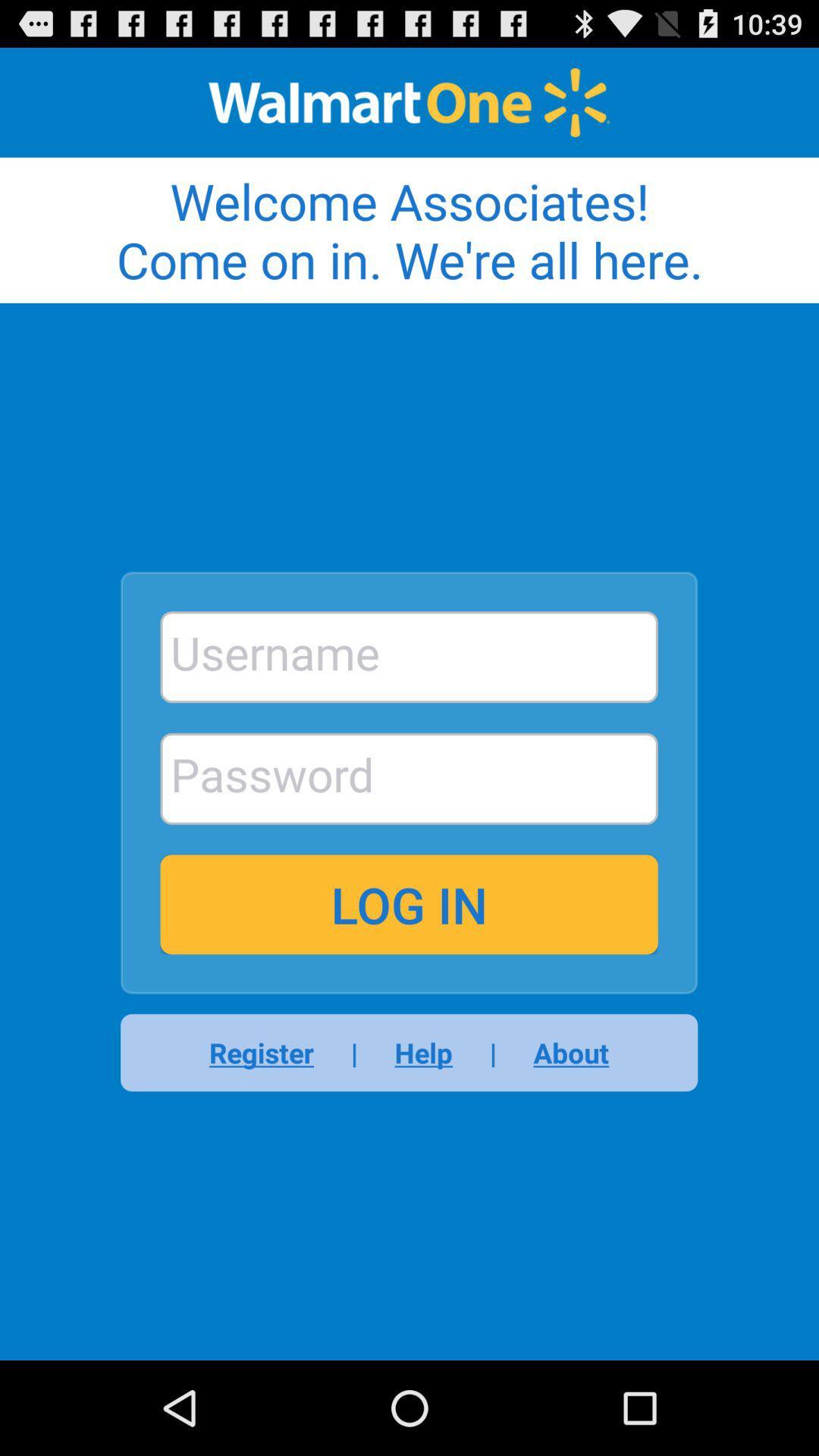 The height and width of the screenshot is (1456, 819). Describe the element at coordinates (423, 1052) in the screenshot. I see `help  icon` at that location.